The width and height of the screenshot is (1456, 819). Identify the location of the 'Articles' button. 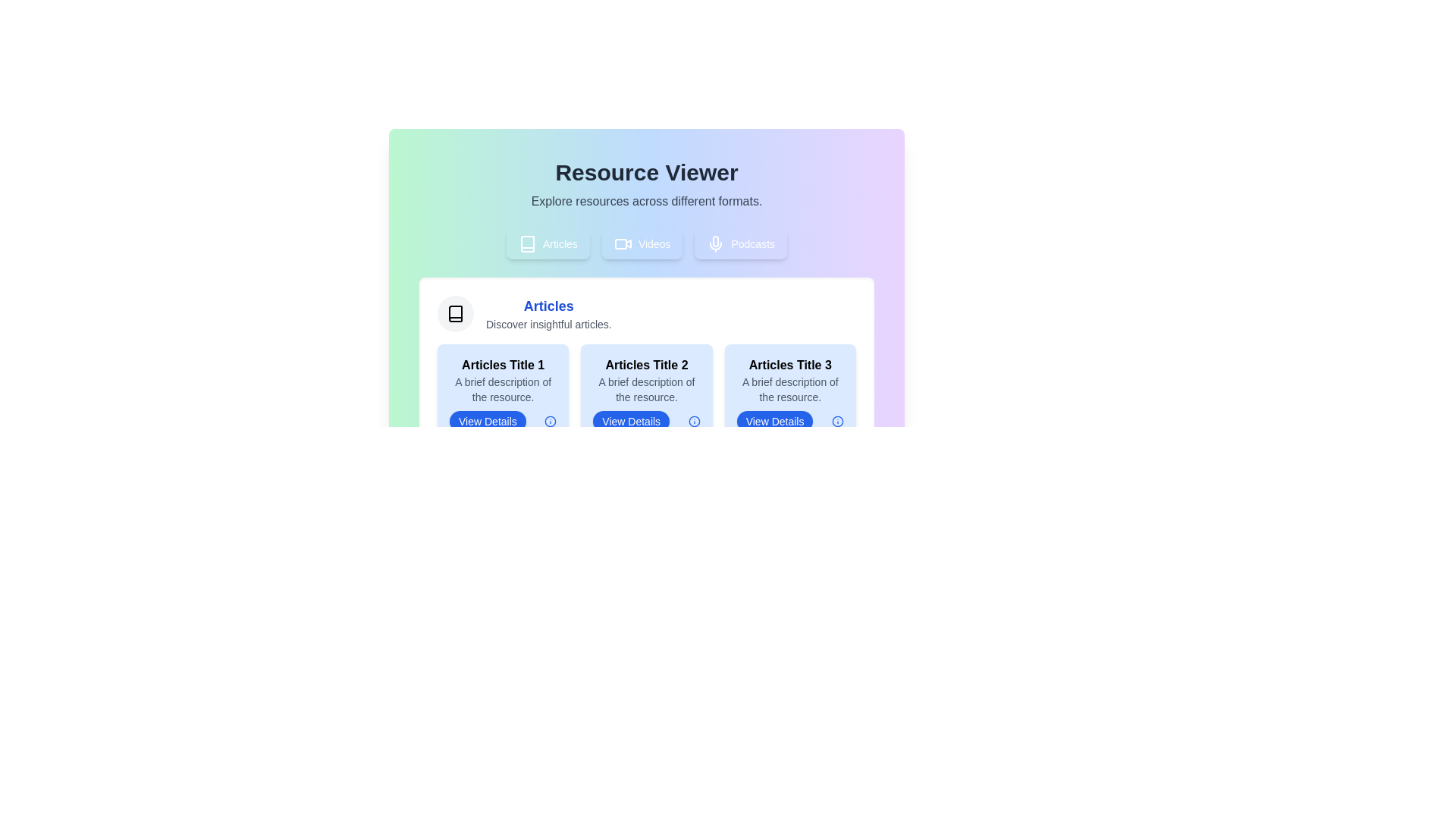
(547, 243).